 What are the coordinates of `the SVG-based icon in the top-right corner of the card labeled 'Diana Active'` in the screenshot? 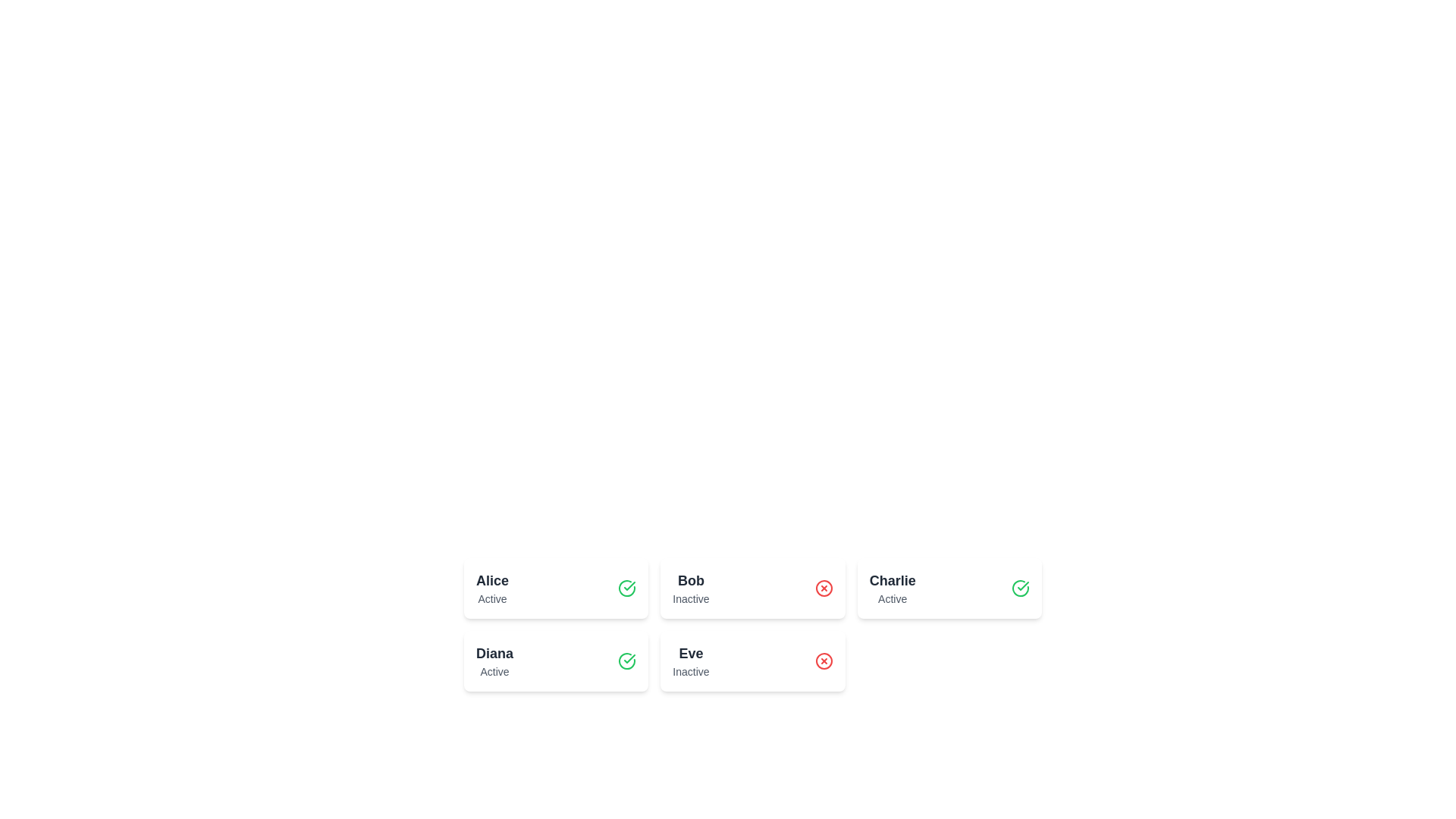 It's located at (627, 660).